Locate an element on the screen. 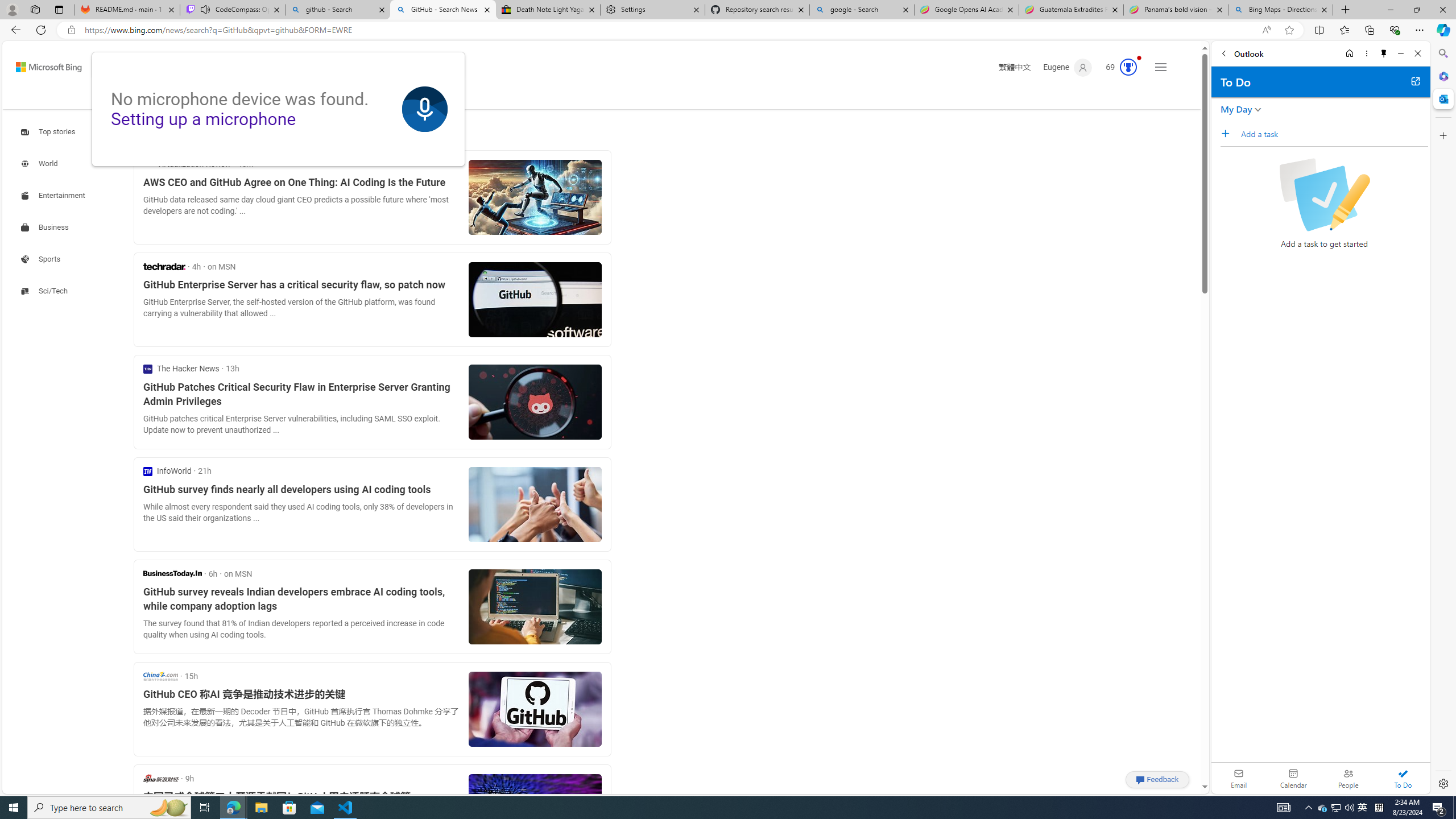 Image resolution: width=1456 pixels, height=819 pixels. 'Open in new tab' is located at coordinates (1414, 80).